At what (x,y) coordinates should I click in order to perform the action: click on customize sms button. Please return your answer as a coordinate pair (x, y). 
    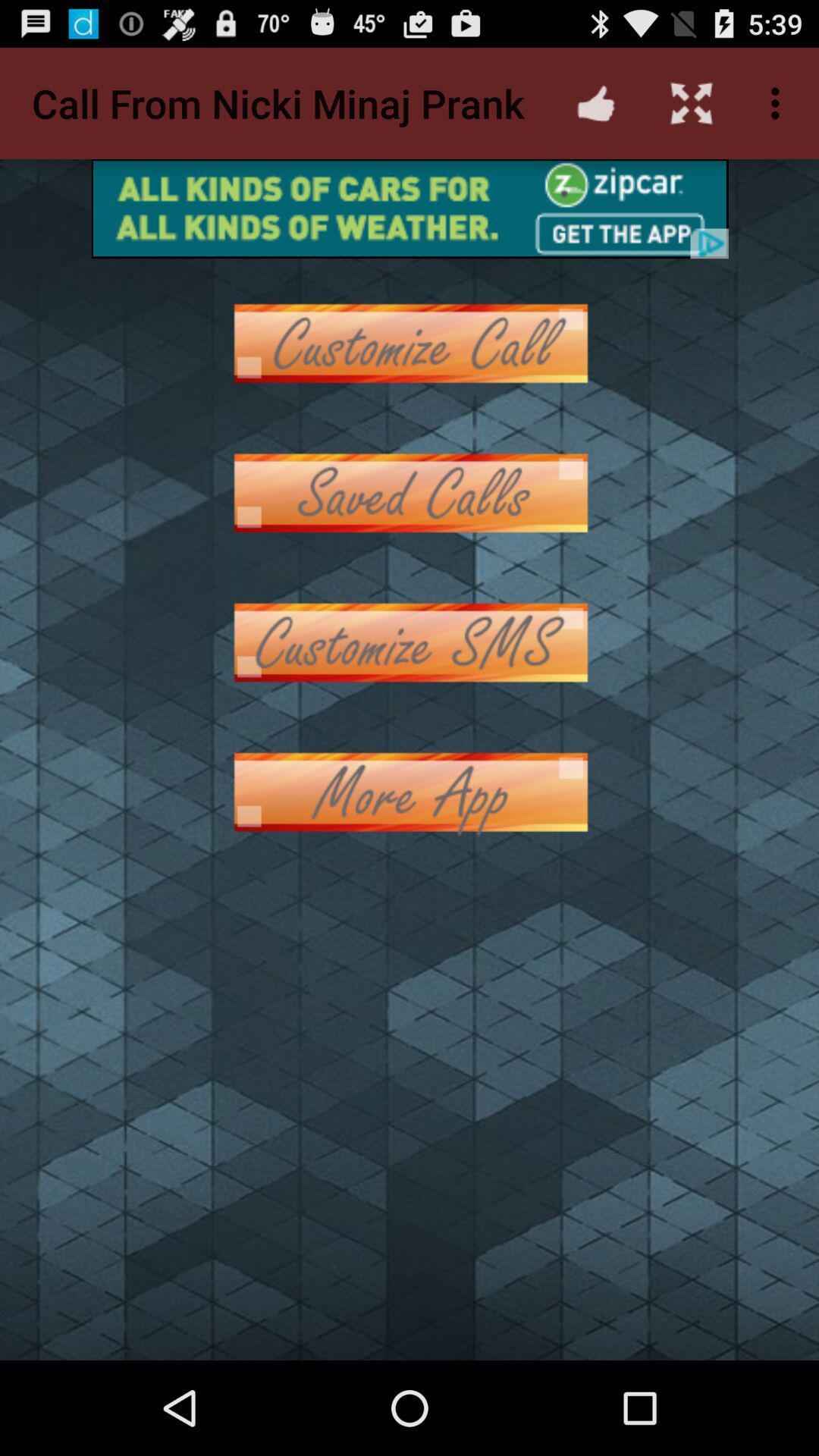
    Looking at the image, I should click on (409, 642).